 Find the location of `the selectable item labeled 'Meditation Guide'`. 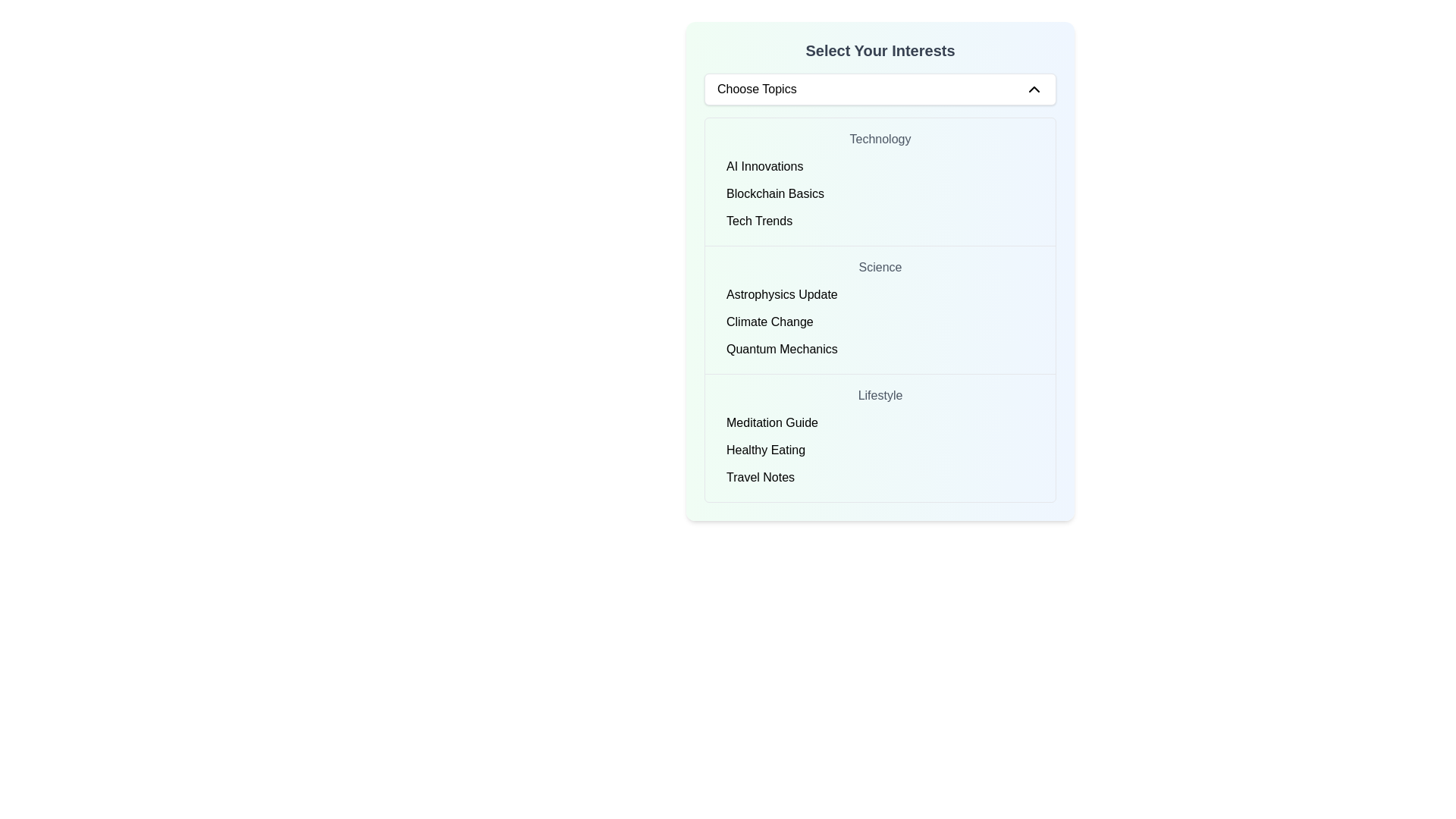

the selectable item labeled 'Meditation Guide' is located at coordinates (771, 423).